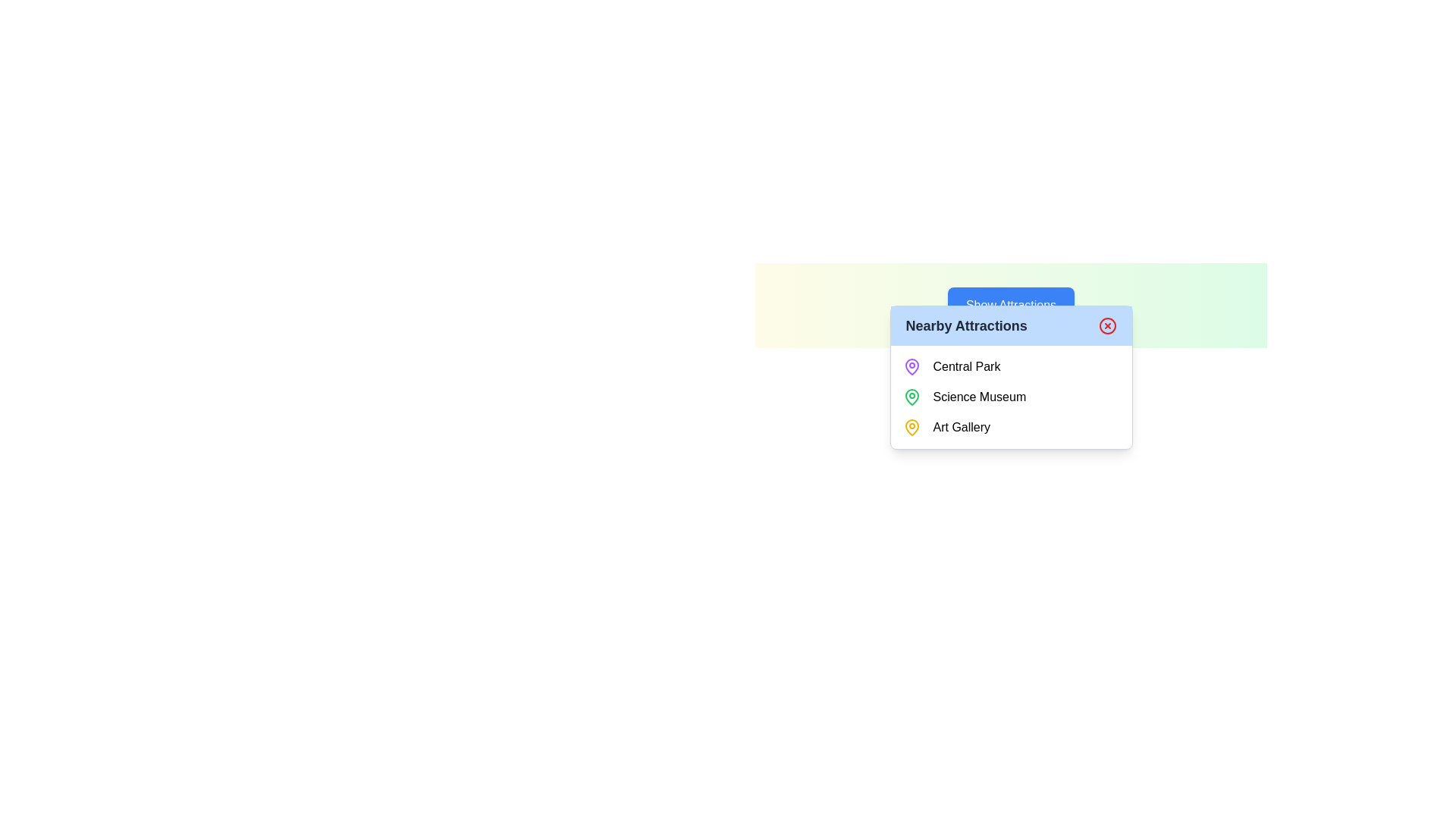 This screenshot has height=819, width=1456. I want to click on the 'Central Park' entry in the 'Nearby Attractions' list, so click(1011, 366).